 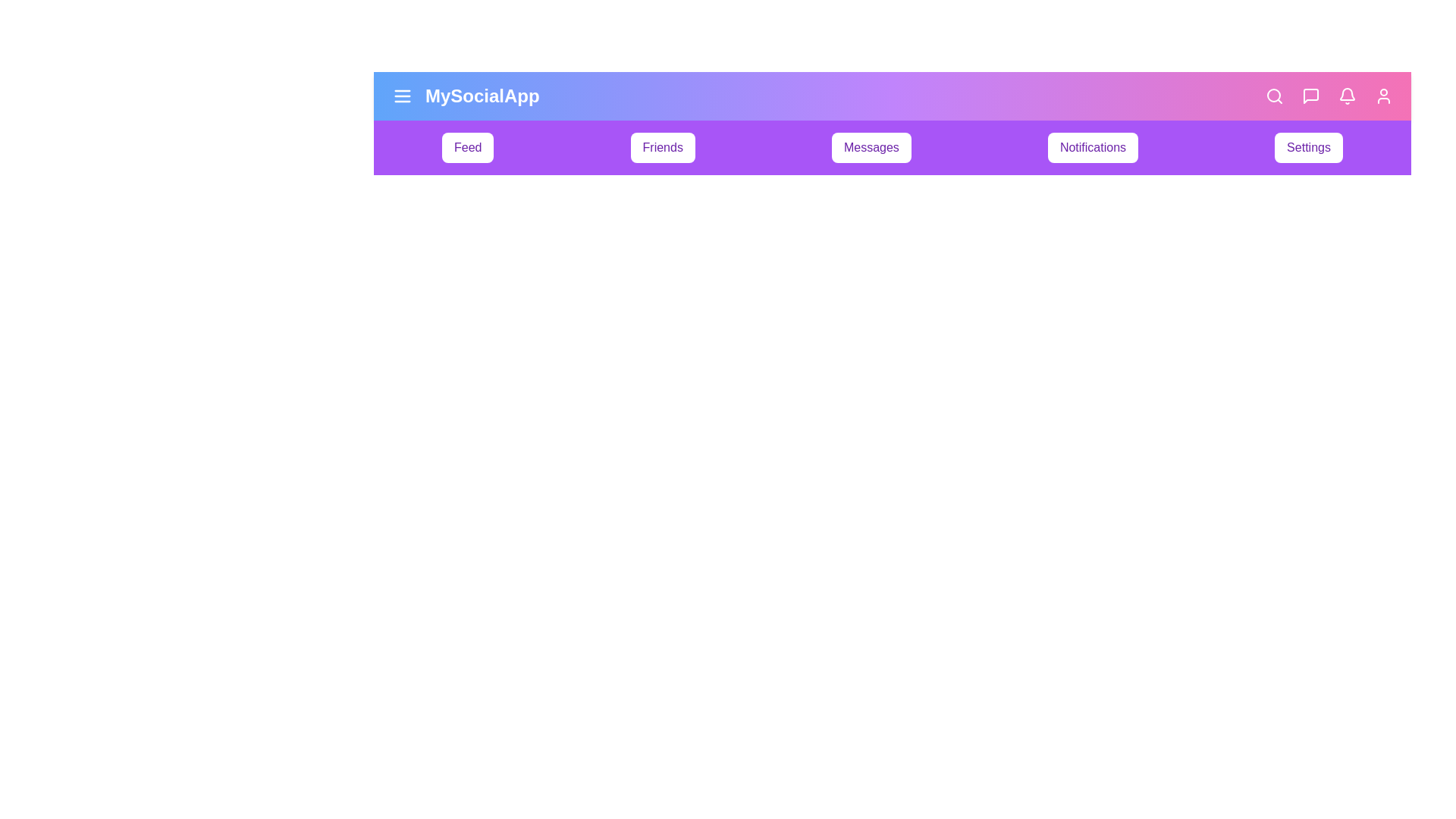 I want to click on the menu item Notifications to observe its hover effect, so click(x=1092, y=148).